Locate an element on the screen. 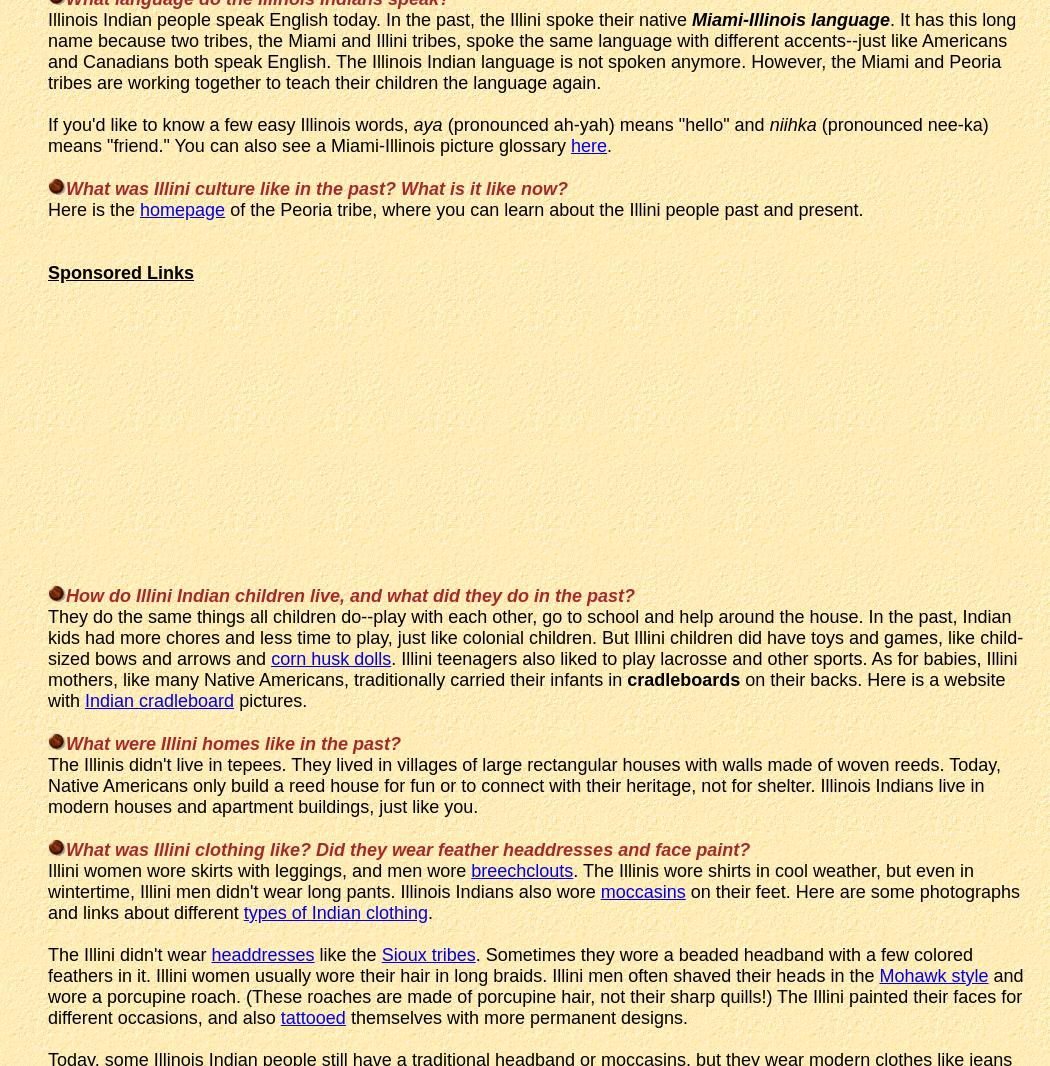 This screenshot has width=1050, height=1066. 'The Illini didn't wear' is located at coordinates (128, 953).